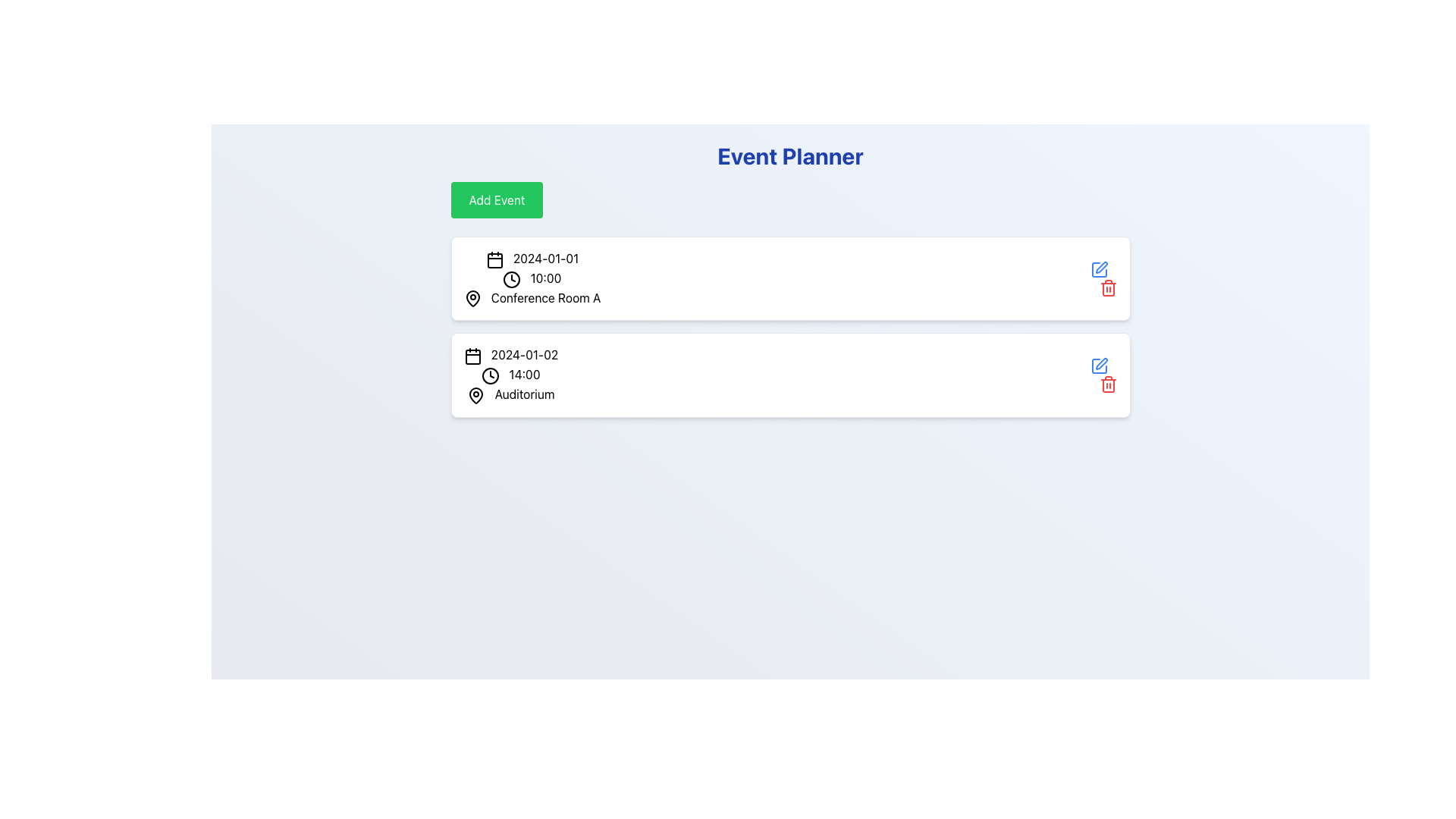 The width and height of the screenshot is (1456, 819). What do you see at coordinates (1108, 289) in the screenshot?
I see `the red trash can icon element located in the toolbar on the right side of the event item entry, which indicates delete functionality` at bounding box center [1108, 289].